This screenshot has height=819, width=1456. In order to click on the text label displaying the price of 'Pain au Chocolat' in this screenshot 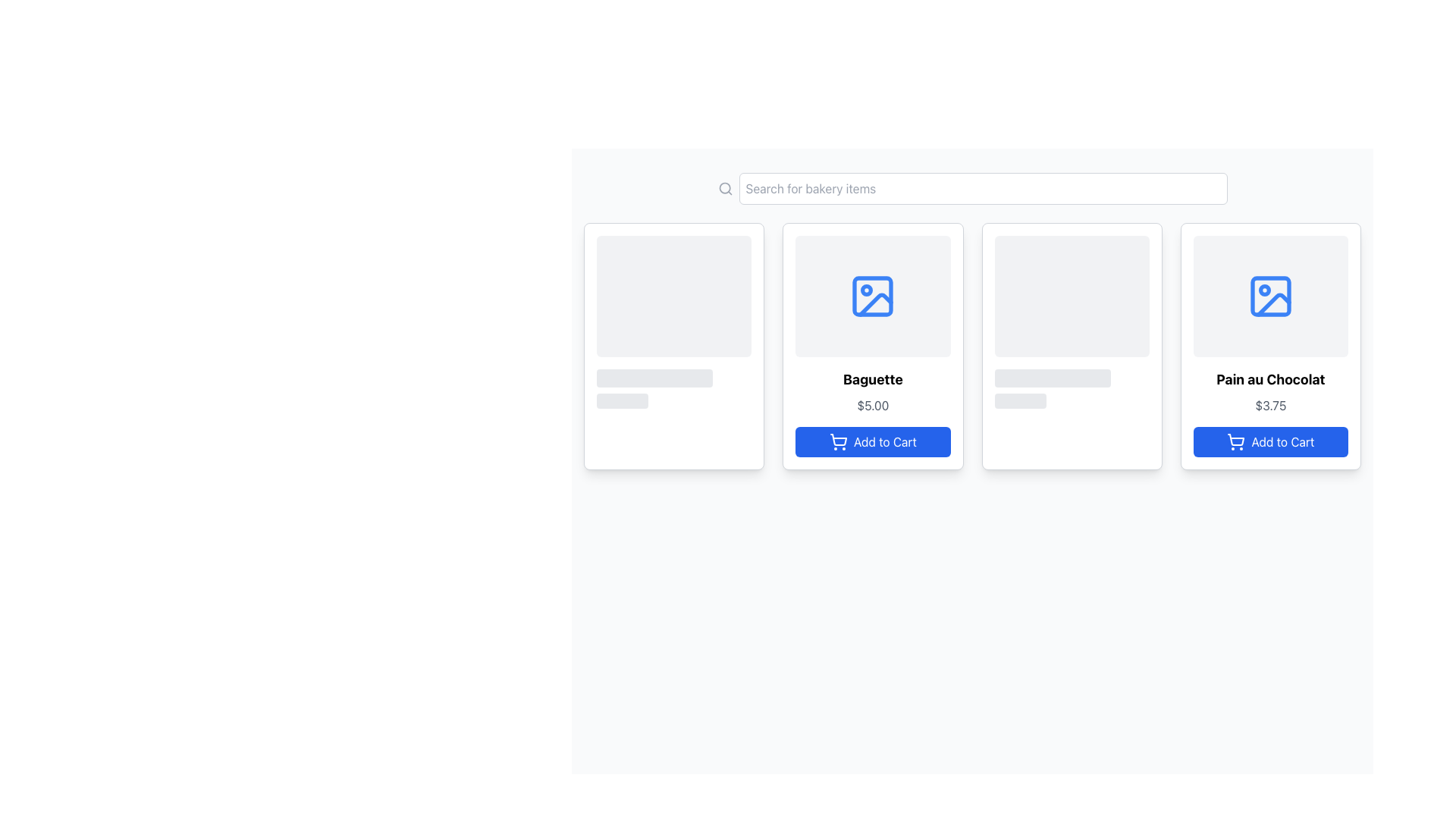, I will do `click(1270, 405)`.